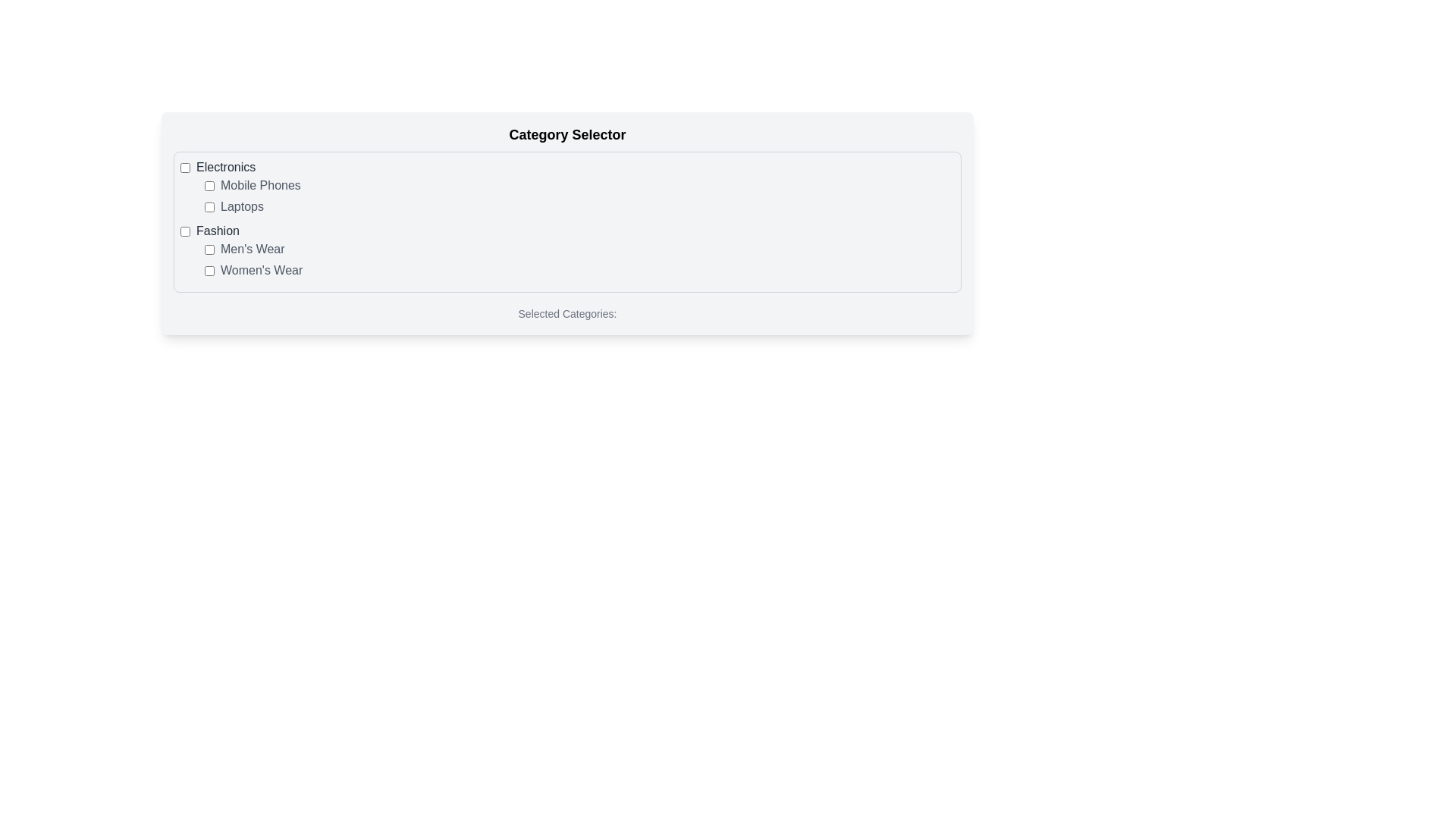  I want to click on the 'Men's Wear' label element, so click(253, 248).